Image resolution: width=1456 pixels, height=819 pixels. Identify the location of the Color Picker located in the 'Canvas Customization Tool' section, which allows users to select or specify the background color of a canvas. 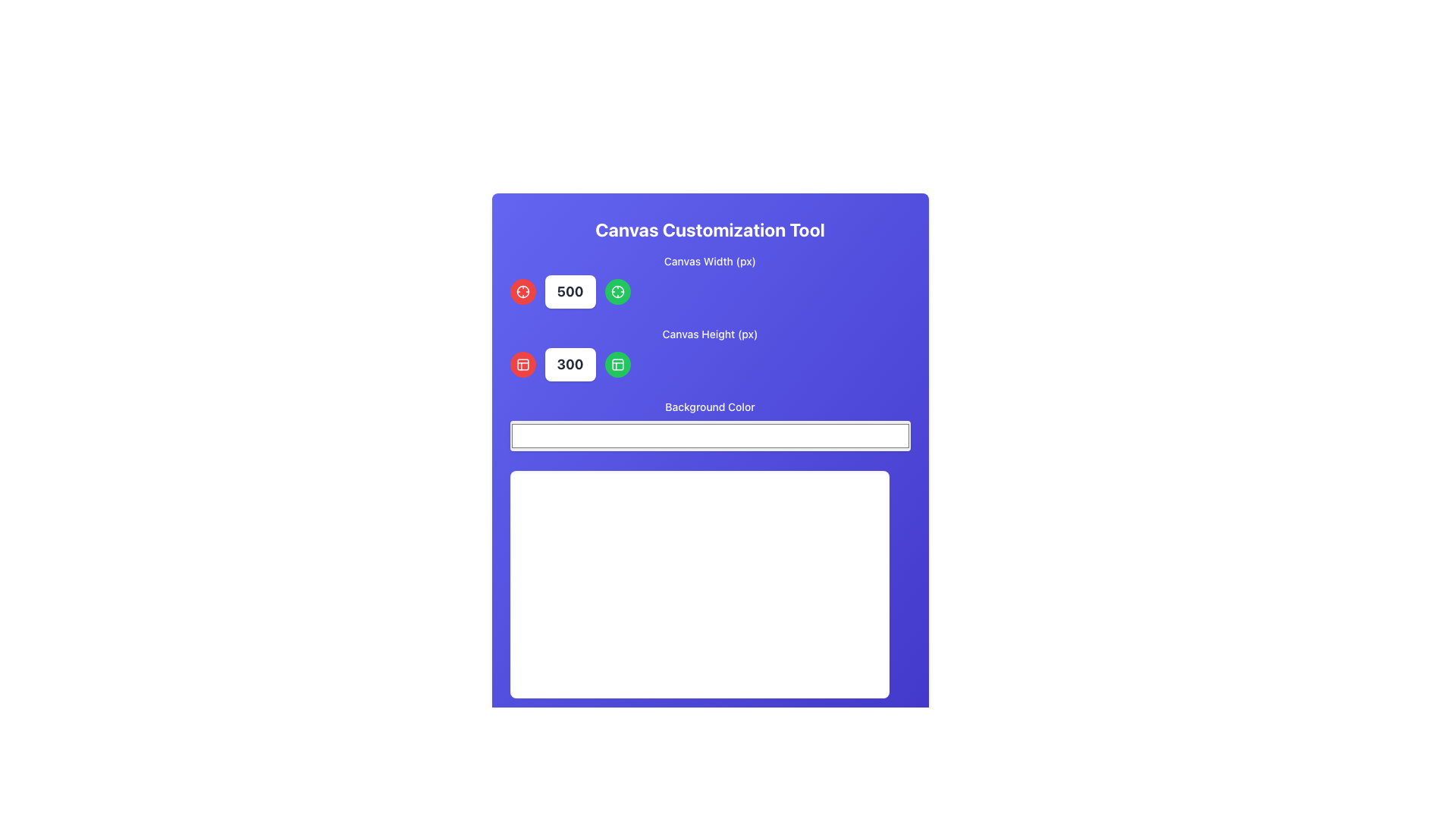
(709, 426).